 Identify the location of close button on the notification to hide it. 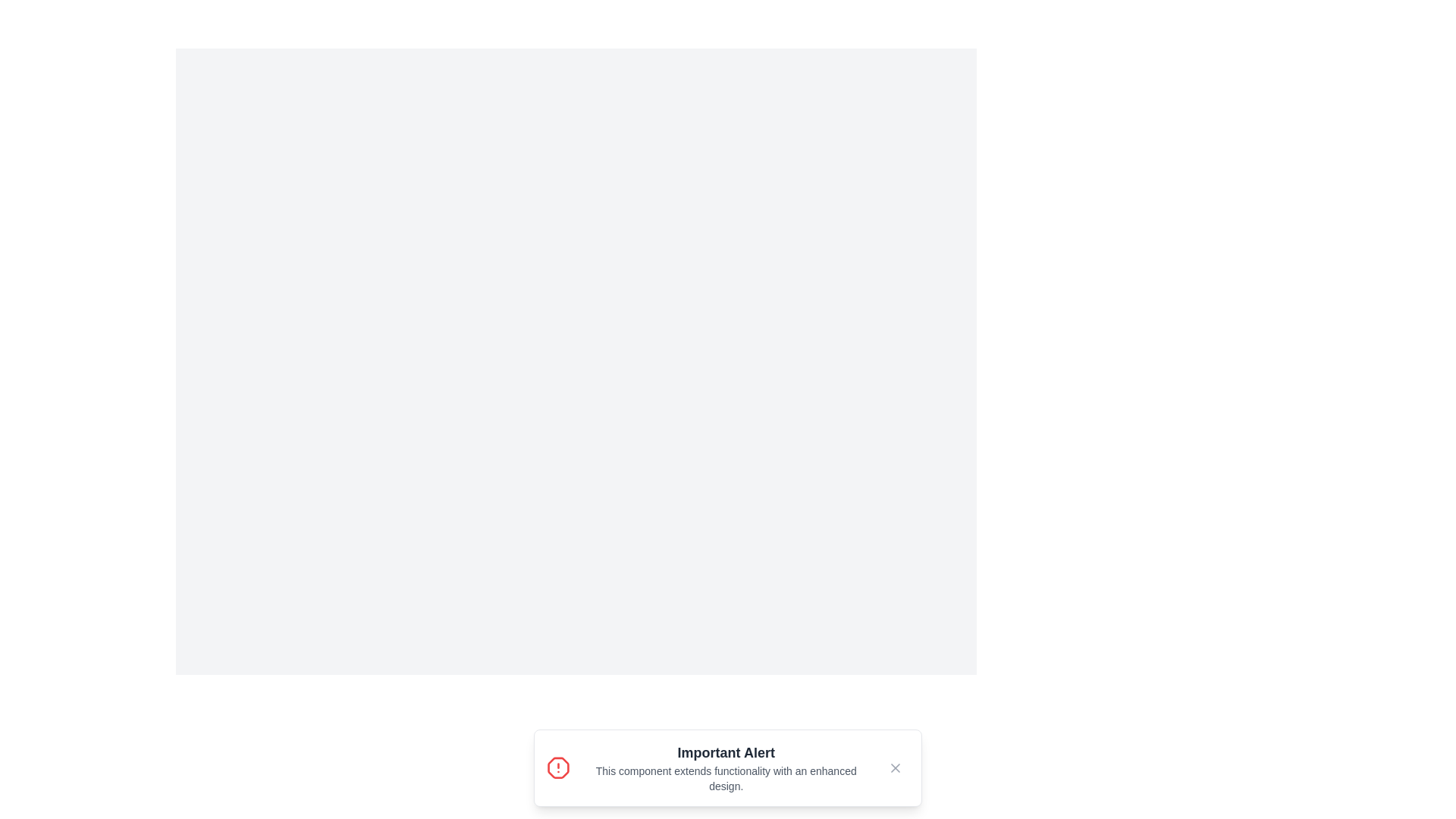
(895, 768).